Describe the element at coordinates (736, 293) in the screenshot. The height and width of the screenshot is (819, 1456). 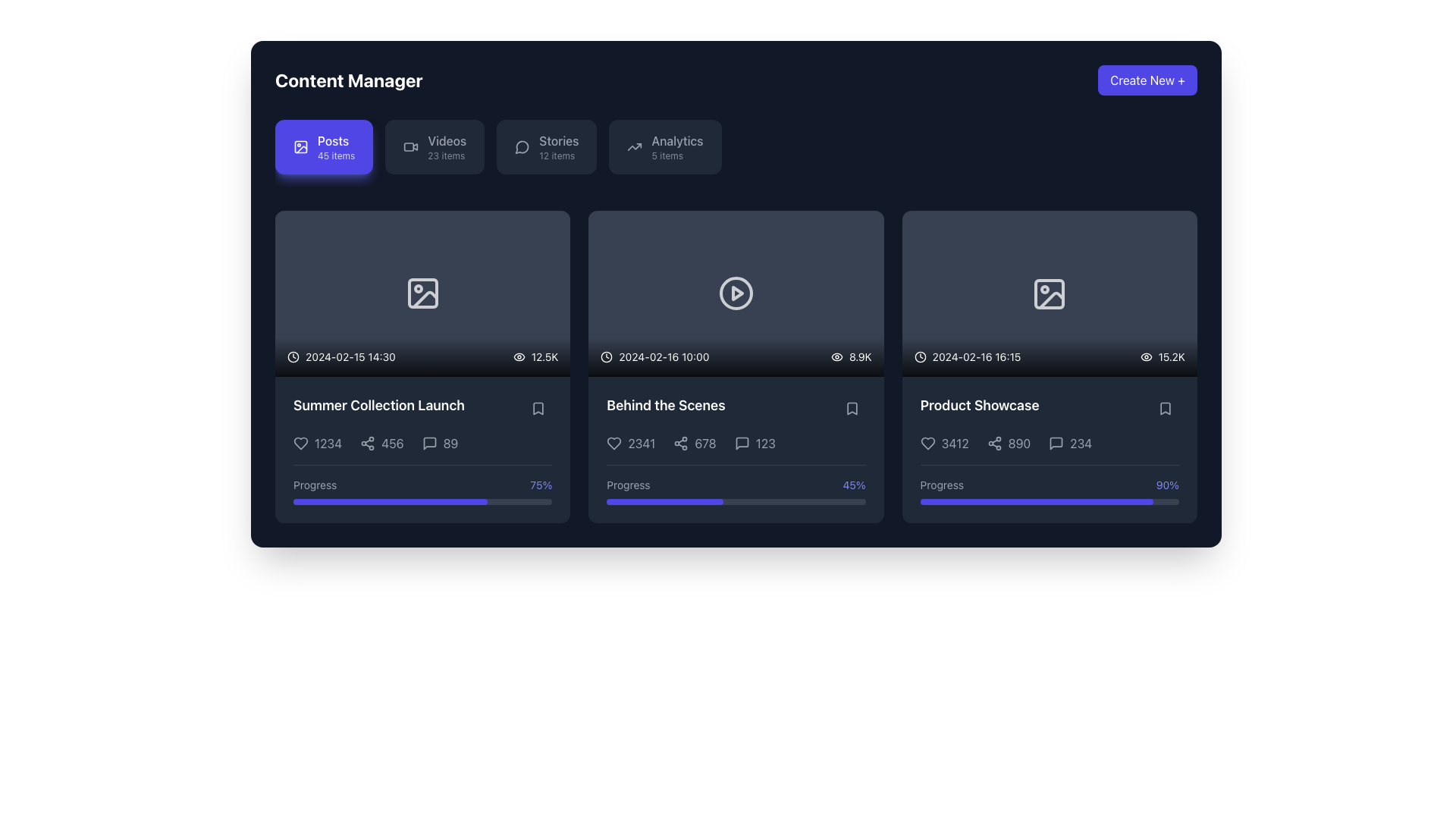
I see `the top section of the second video thumbnail card` at that location.